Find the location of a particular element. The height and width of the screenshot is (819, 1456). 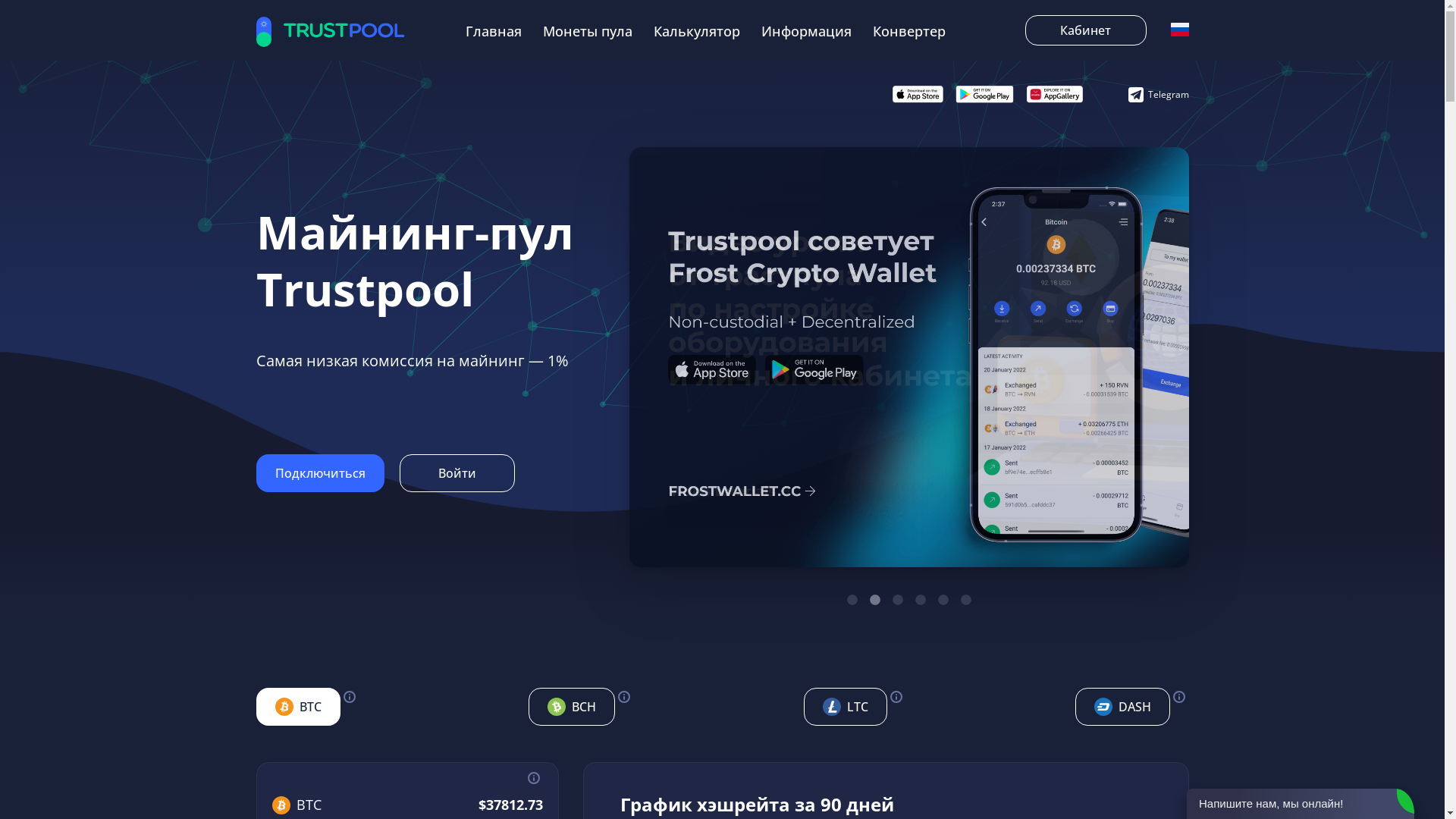

'LTC' is located at coordinates (844, 705).